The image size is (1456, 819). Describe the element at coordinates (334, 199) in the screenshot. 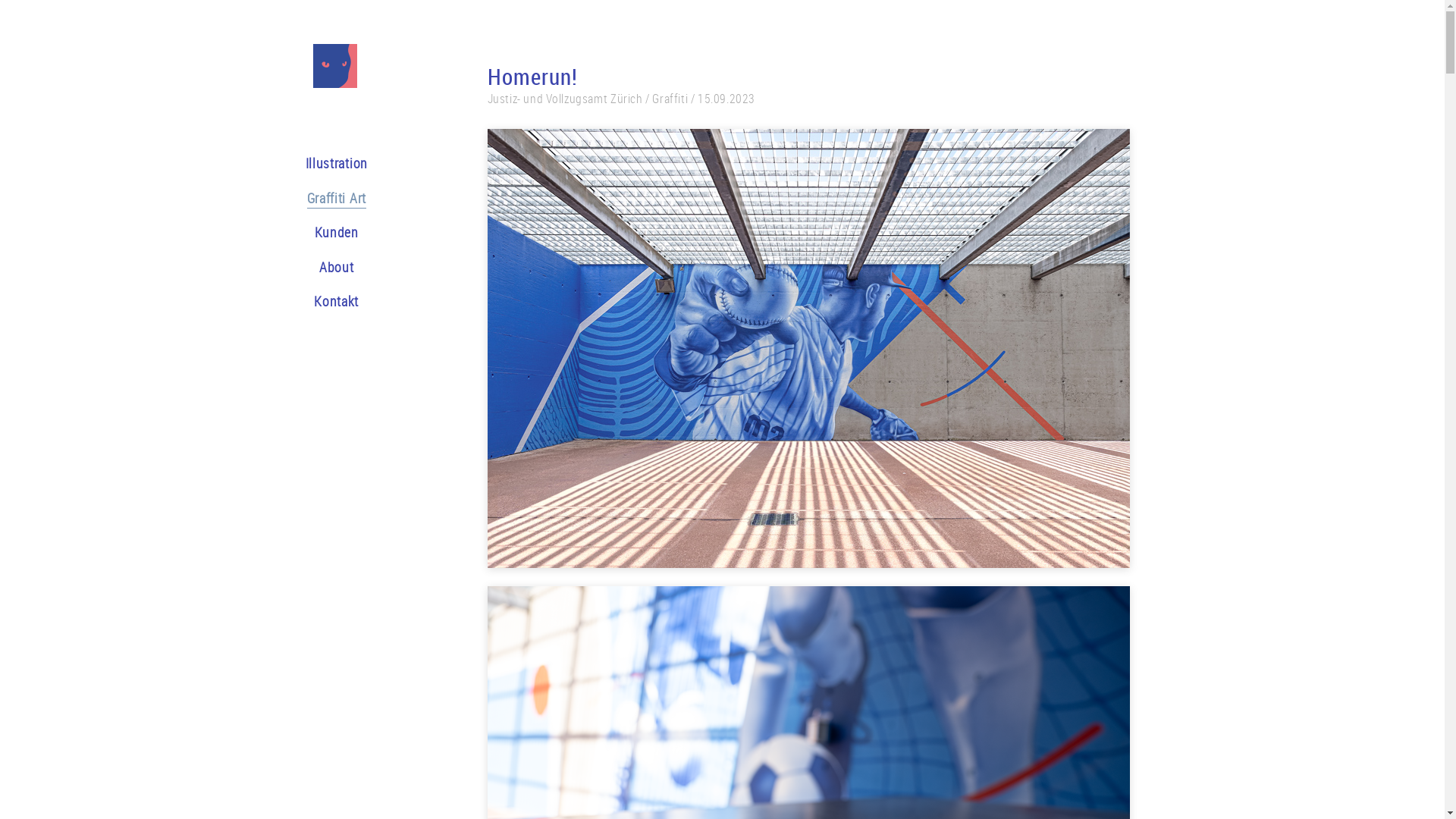

I see `'Graffiti Art'` at that location.